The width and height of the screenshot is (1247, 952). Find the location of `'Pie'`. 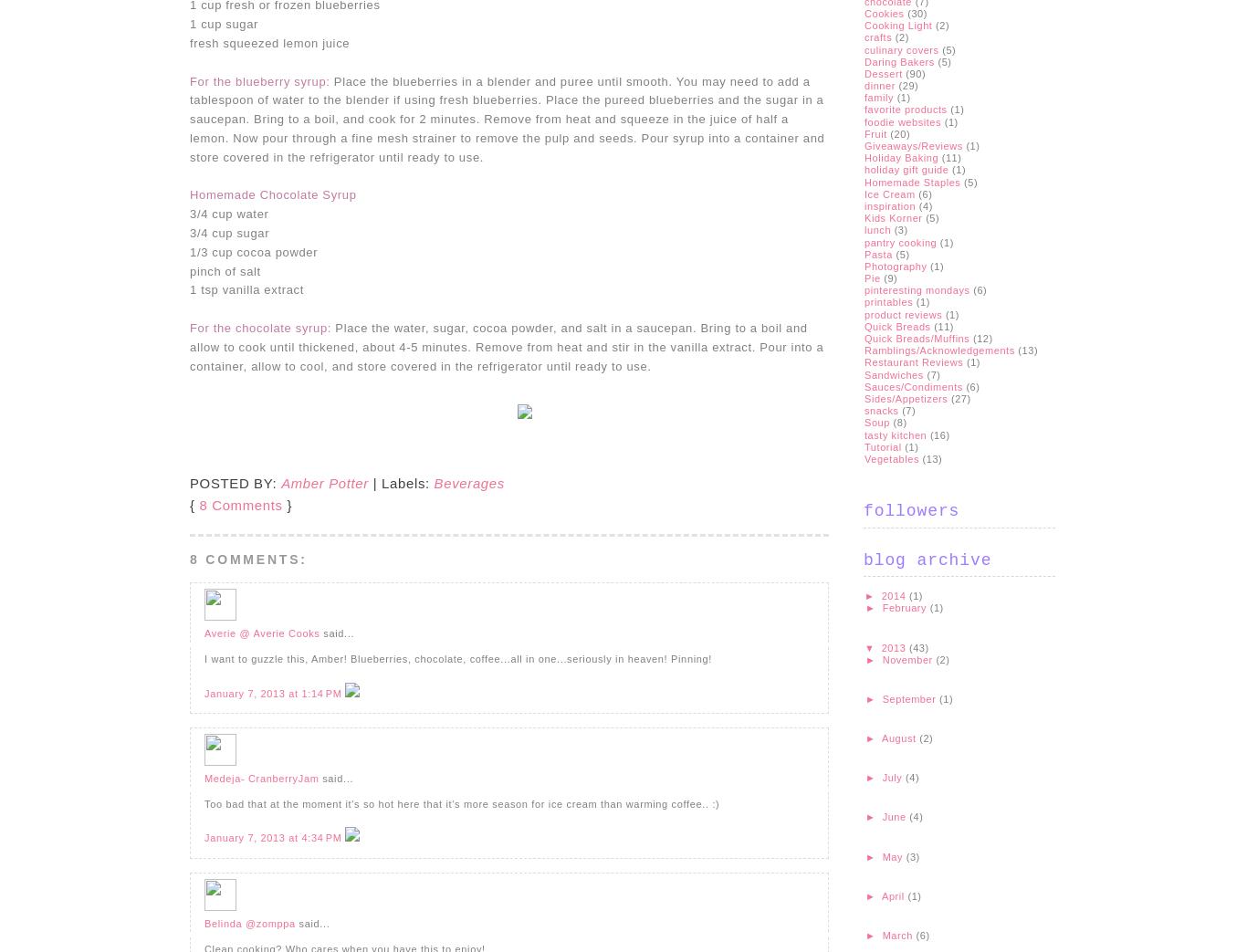

'Pie' is located at coordinates (872, 277).